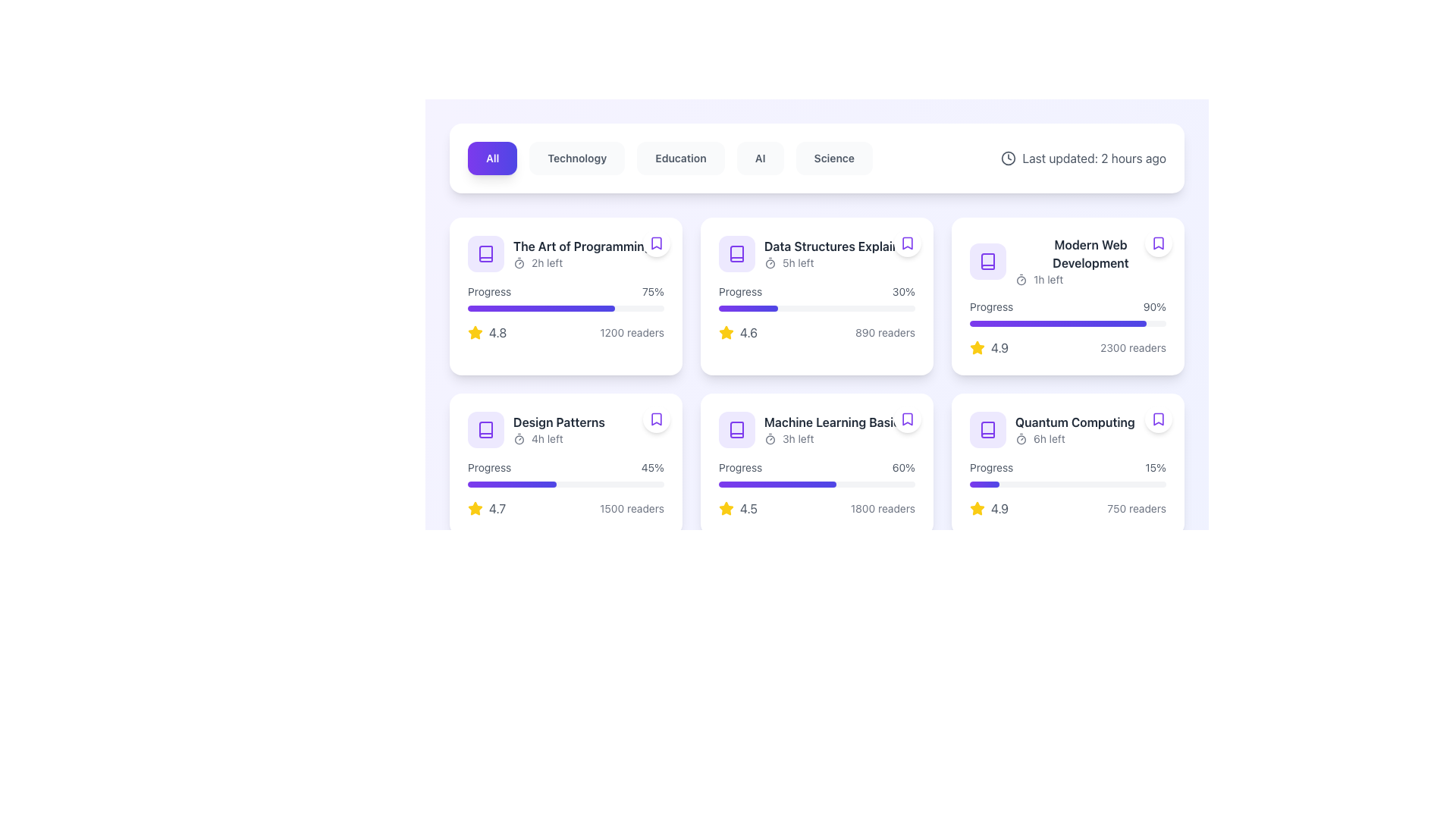  Describe the element at coordinates (1074, 430) in the screenshot. I see `the 'Quantum Computing' text-based UI component, which features a title in bold dark gray and a smaller lighter gray text '6h left' along with a timer icon, located` at that location.